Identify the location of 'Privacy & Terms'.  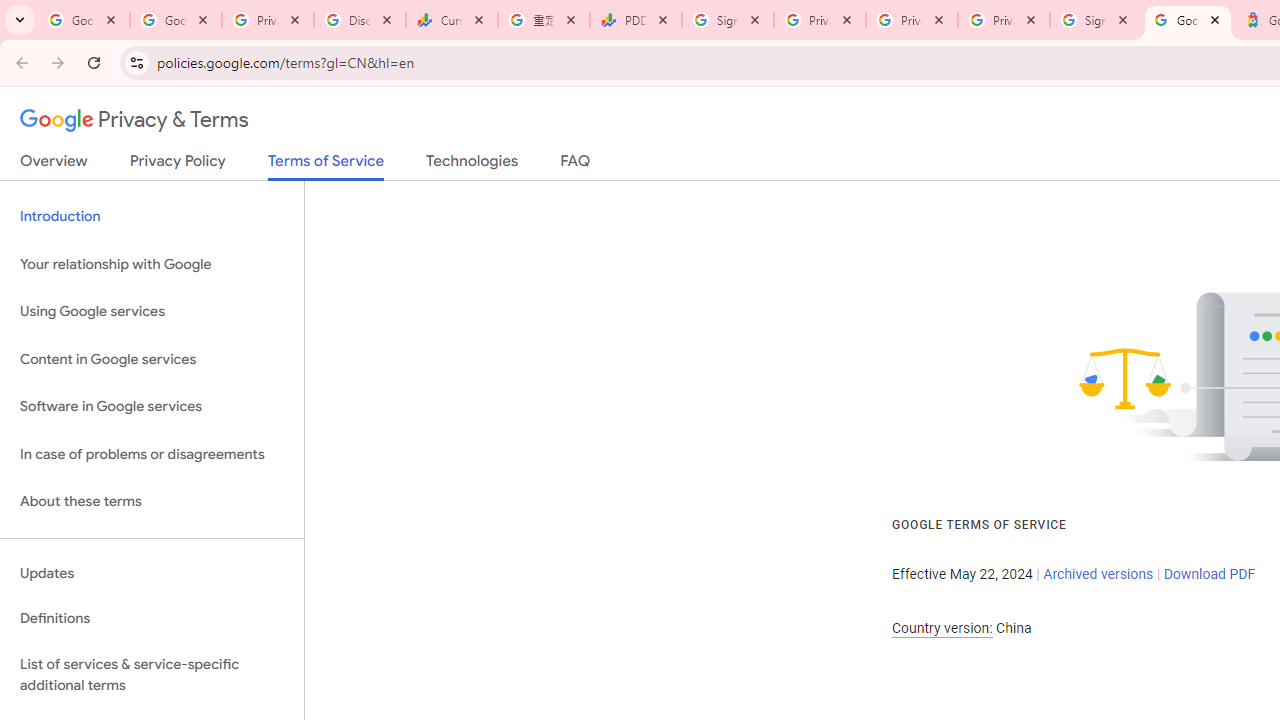
(134, 120).